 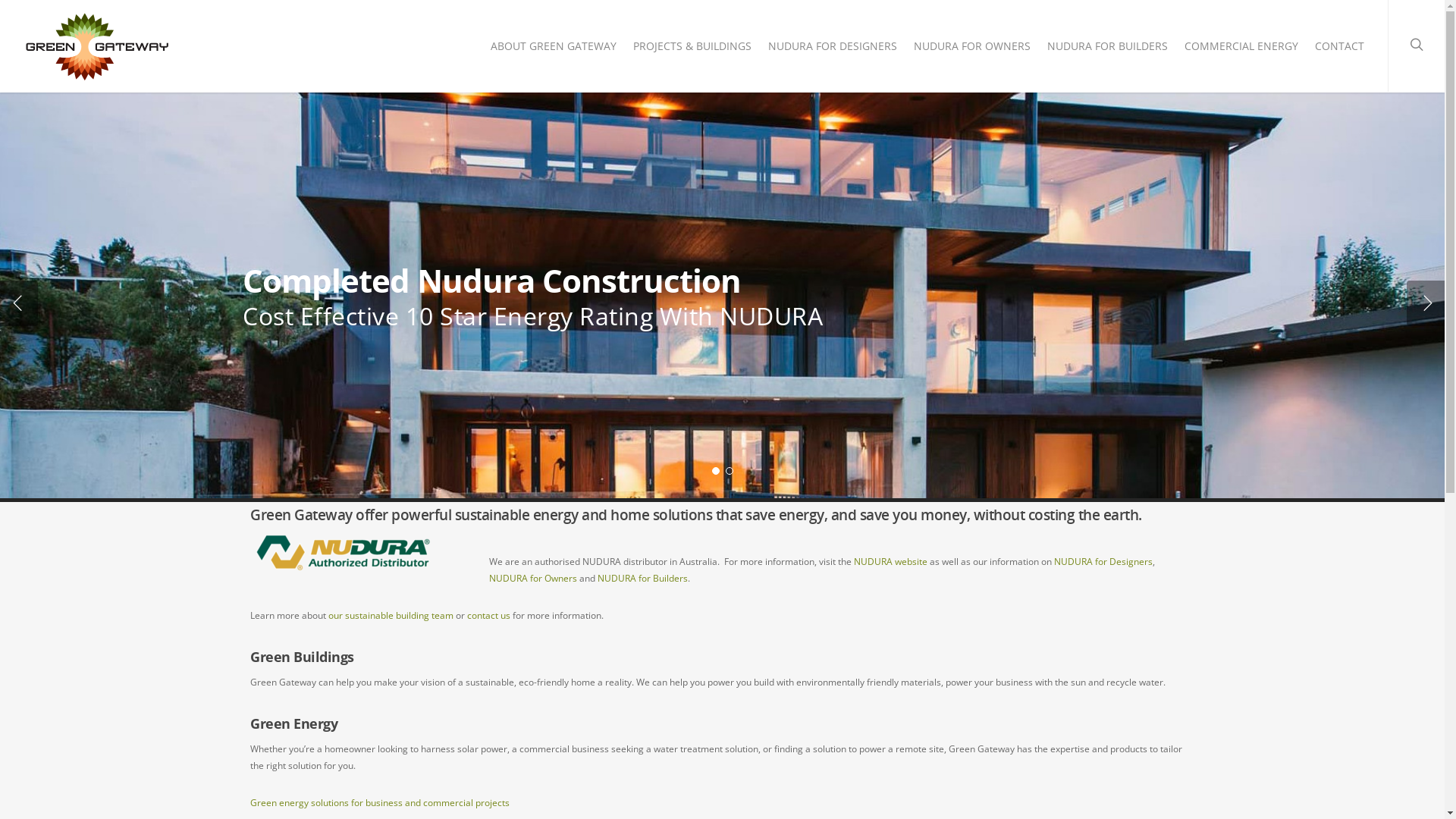 What do you see at coordinates (1339, 49) in the screenshot?
I see `'CONTACT'` at bounding box center [1339, 49].